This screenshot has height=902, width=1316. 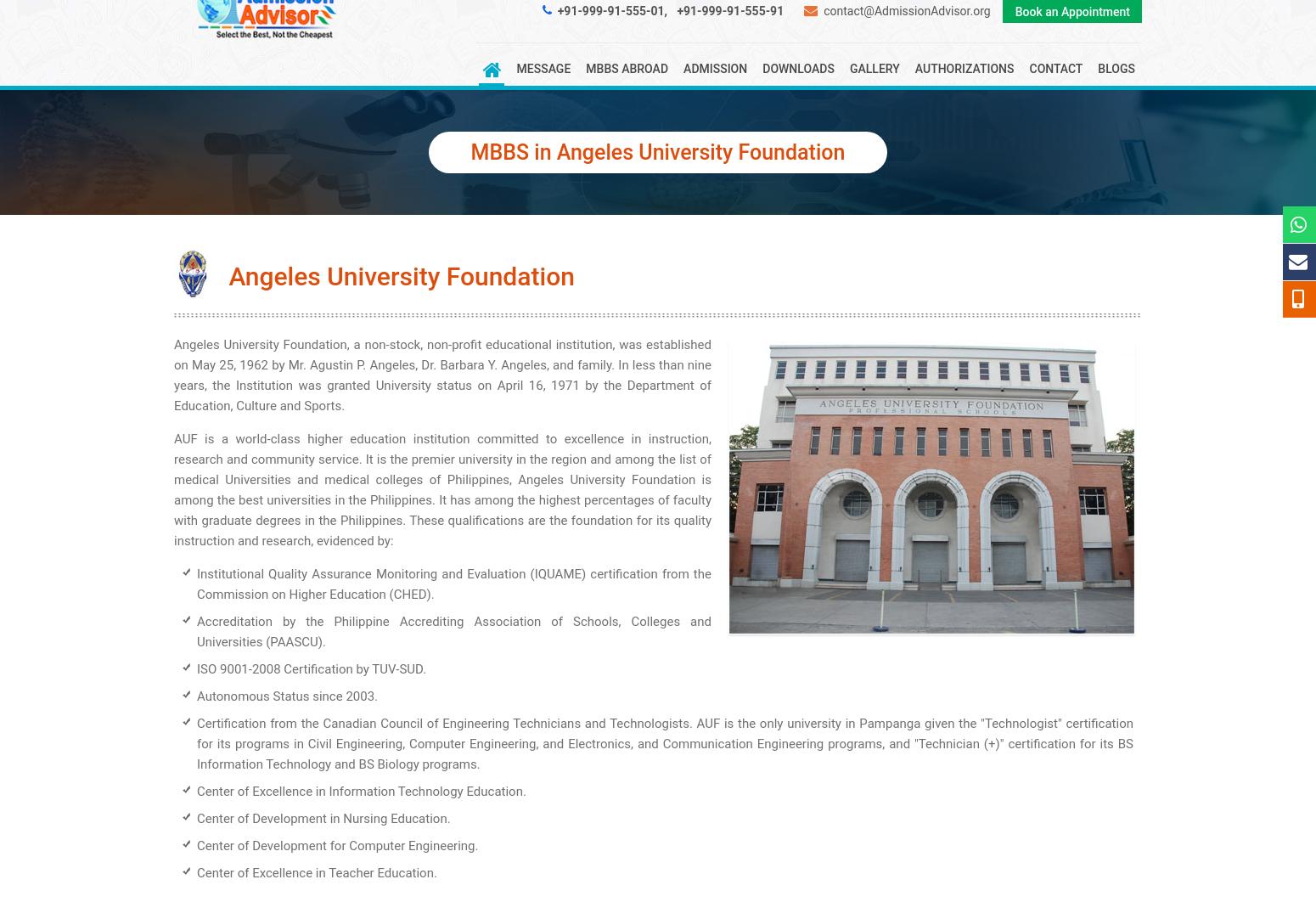 I want to click on 'Certification from the Canadian Council of Engineering Technicians and Technologists. AUF is the only university in Pampanga given the "Technologist" certification for its programs in Civil Engineering, Computer Engineering, and Electronics, and Communication Engineering programs, and "Technician (+)" certification for its BS Information Technology and BS Biology programs.', so click(x=196, y=743).